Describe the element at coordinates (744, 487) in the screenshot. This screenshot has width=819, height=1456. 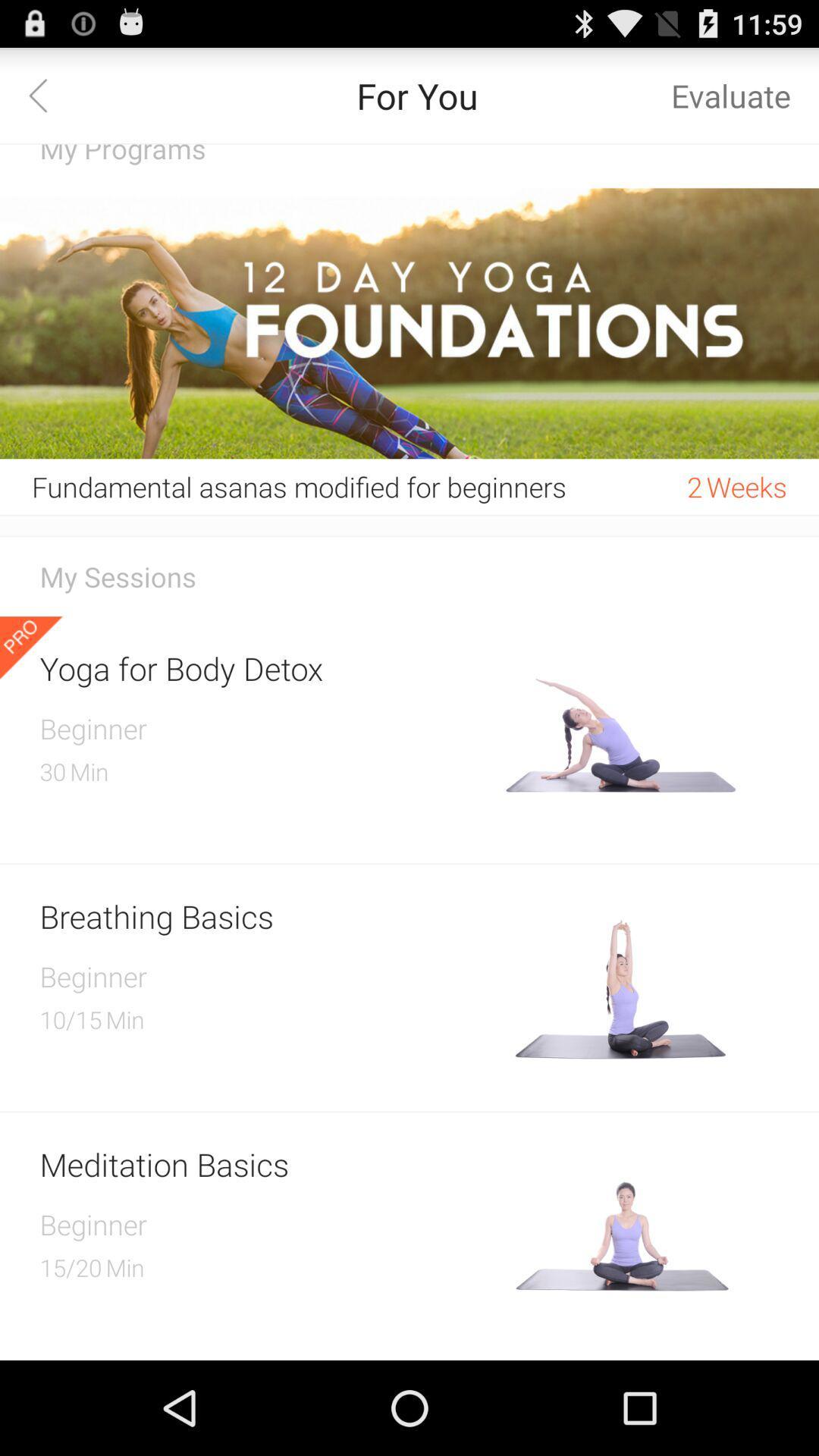
I see `item to the right of the 2` at that location.